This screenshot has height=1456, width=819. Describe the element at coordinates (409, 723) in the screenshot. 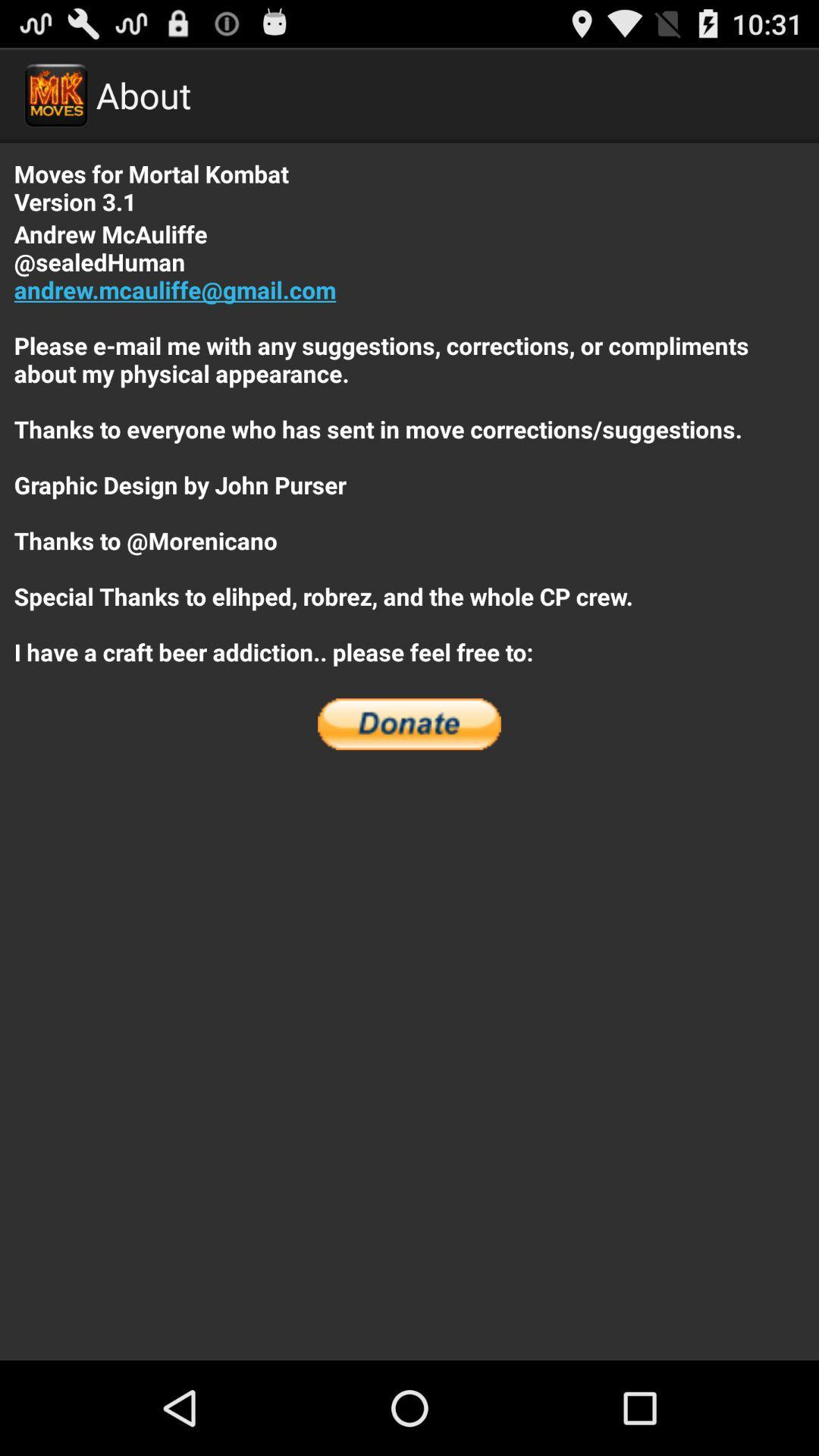

I see `icon below the andrew mcauliffe sealedhuman item` at that location.